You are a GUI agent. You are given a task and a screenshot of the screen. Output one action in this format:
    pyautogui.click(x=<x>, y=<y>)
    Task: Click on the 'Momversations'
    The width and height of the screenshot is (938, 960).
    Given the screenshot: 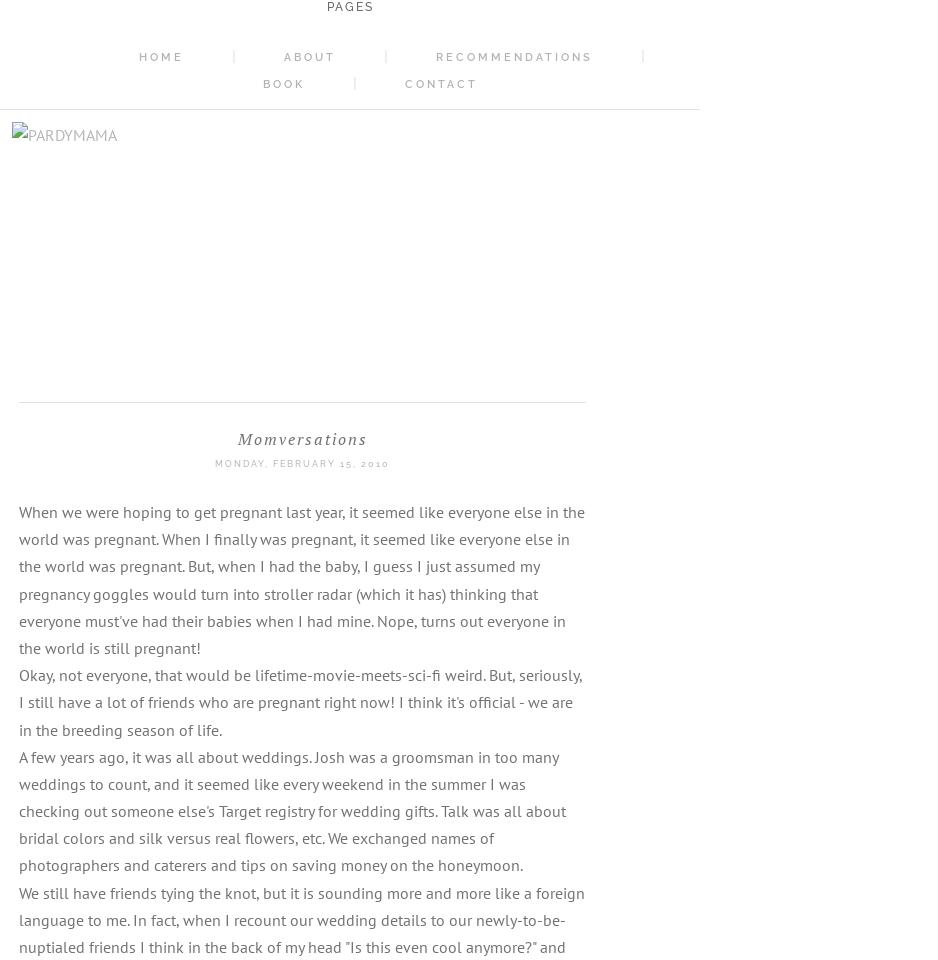 What is the action you would take?
    pyautogui.click(x=302, y=439)
    